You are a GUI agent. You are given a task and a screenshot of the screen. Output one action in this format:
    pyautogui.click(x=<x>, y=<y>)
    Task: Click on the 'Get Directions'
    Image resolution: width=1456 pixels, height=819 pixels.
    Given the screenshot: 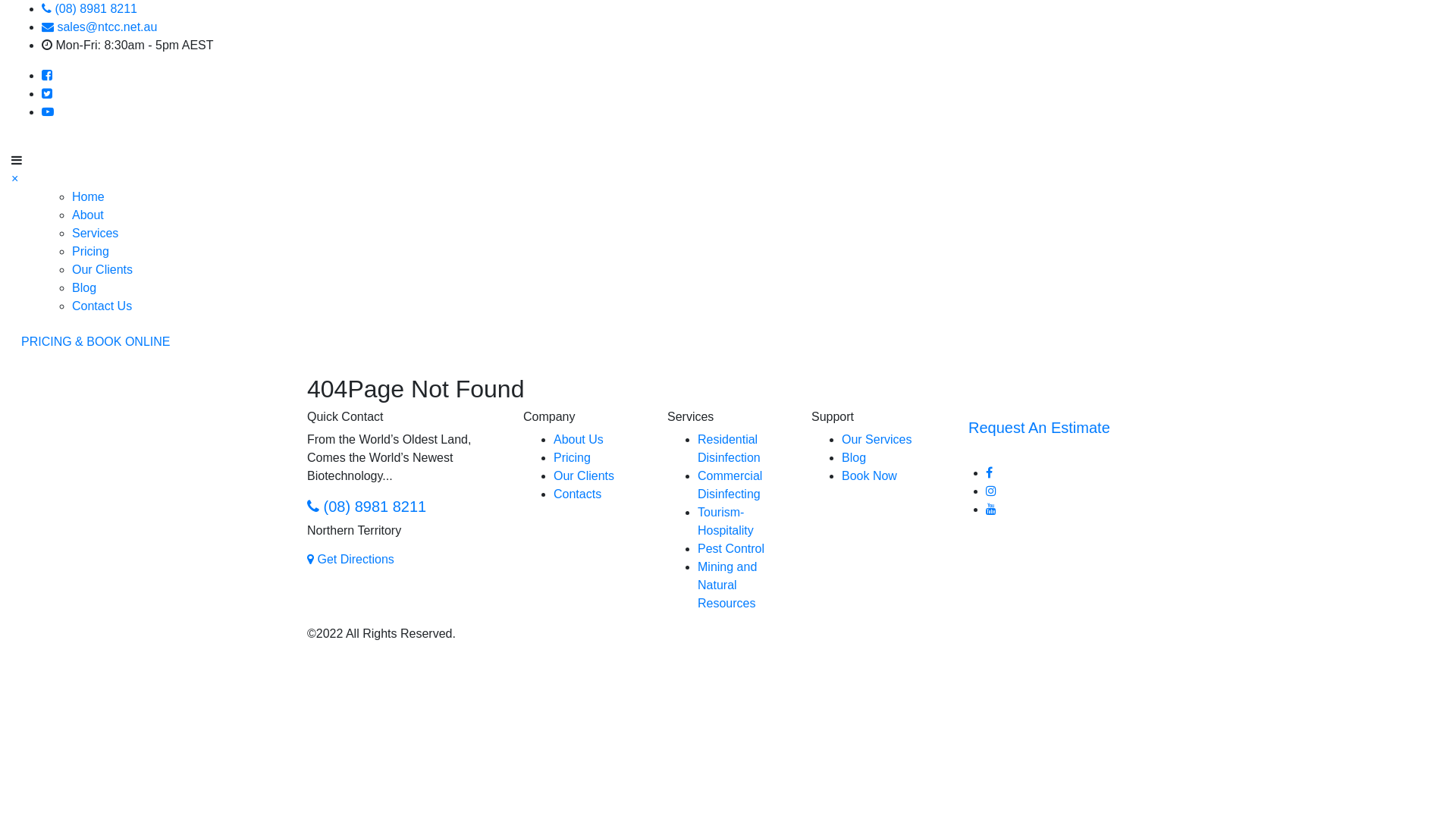 What is the action you would take?
    pyautogui.click(x=350, y=559)
    